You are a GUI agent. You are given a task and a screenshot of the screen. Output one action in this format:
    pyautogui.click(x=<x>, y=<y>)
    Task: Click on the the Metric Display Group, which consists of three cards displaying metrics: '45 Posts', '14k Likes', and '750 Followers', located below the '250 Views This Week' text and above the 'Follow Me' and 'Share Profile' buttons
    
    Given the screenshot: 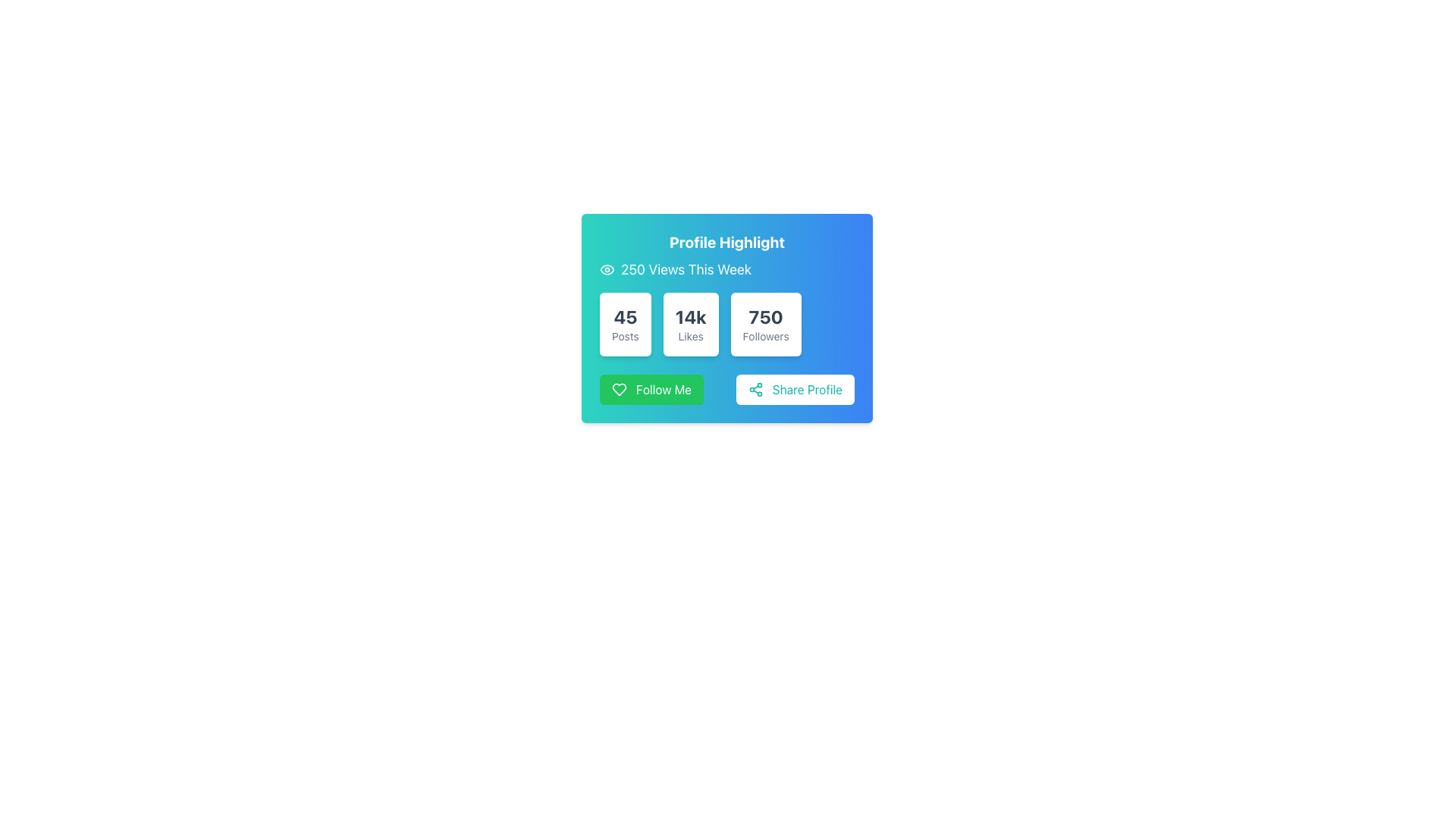 What is the action you would take?
    pyautogui.click(x=726, y=324)
    